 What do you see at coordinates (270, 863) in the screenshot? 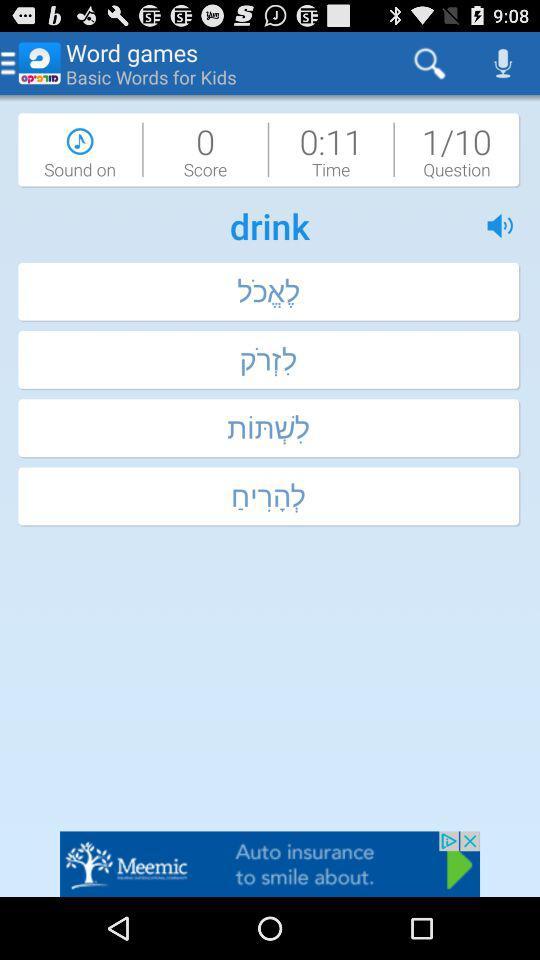
I see `banner` at bounding box center [270, 863].